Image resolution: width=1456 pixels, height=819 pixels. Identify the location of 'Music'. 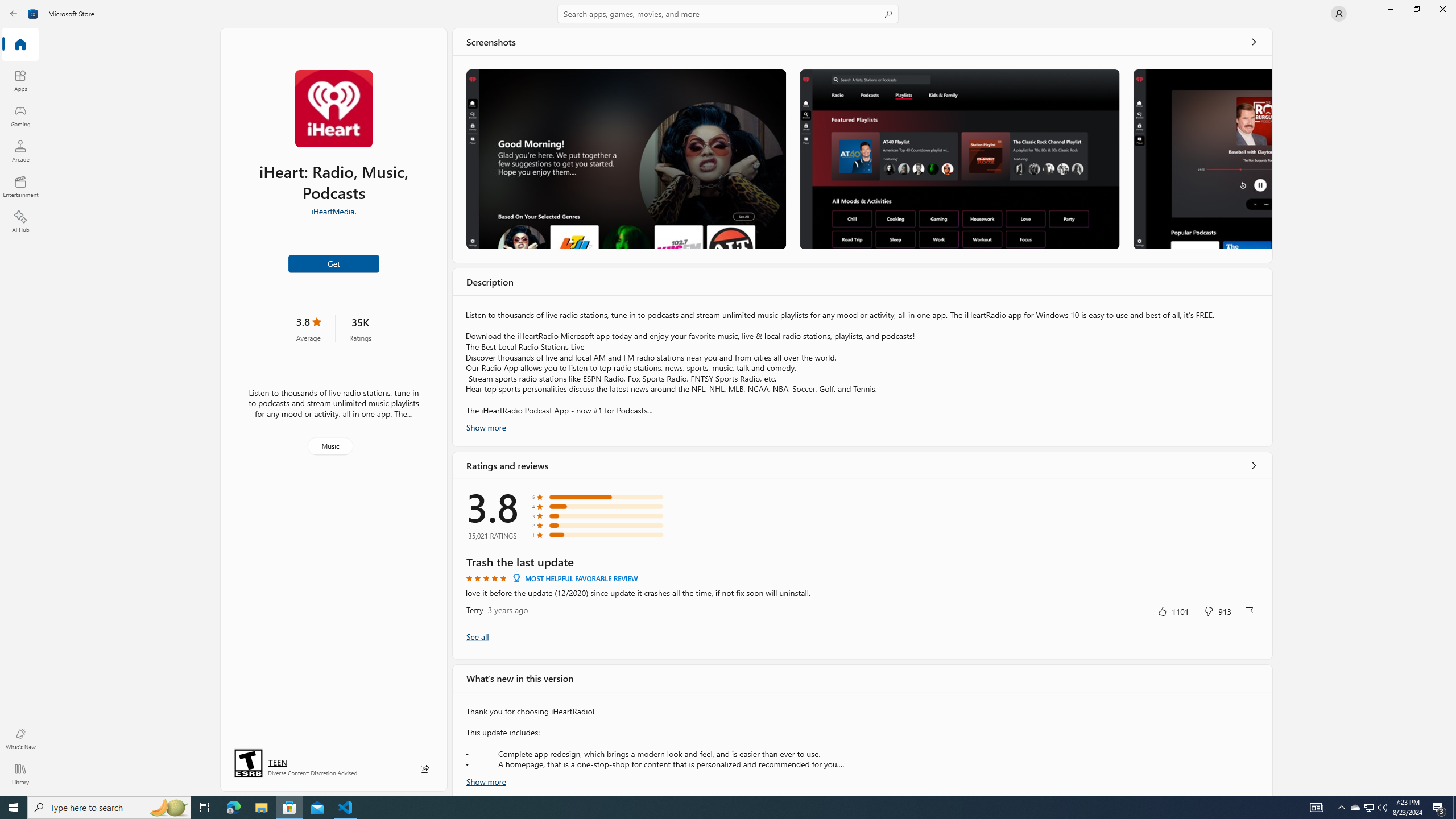
(330, 446).